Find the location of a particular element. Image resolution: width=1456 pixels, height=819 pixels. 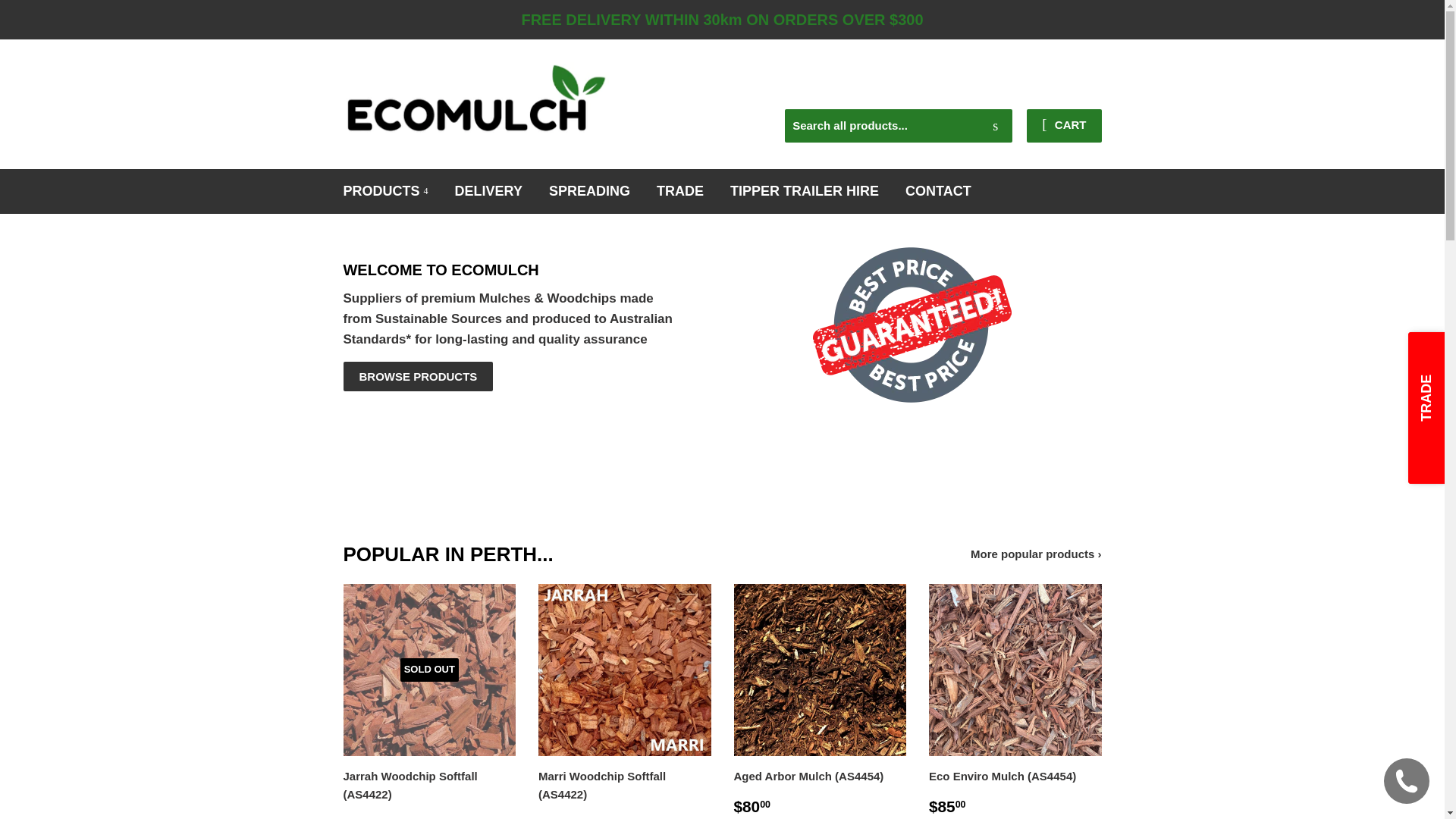

'FREE DELIVERY WITHIN 30km ON ORDERS OVER $300' is located at coordinates (721, 20).